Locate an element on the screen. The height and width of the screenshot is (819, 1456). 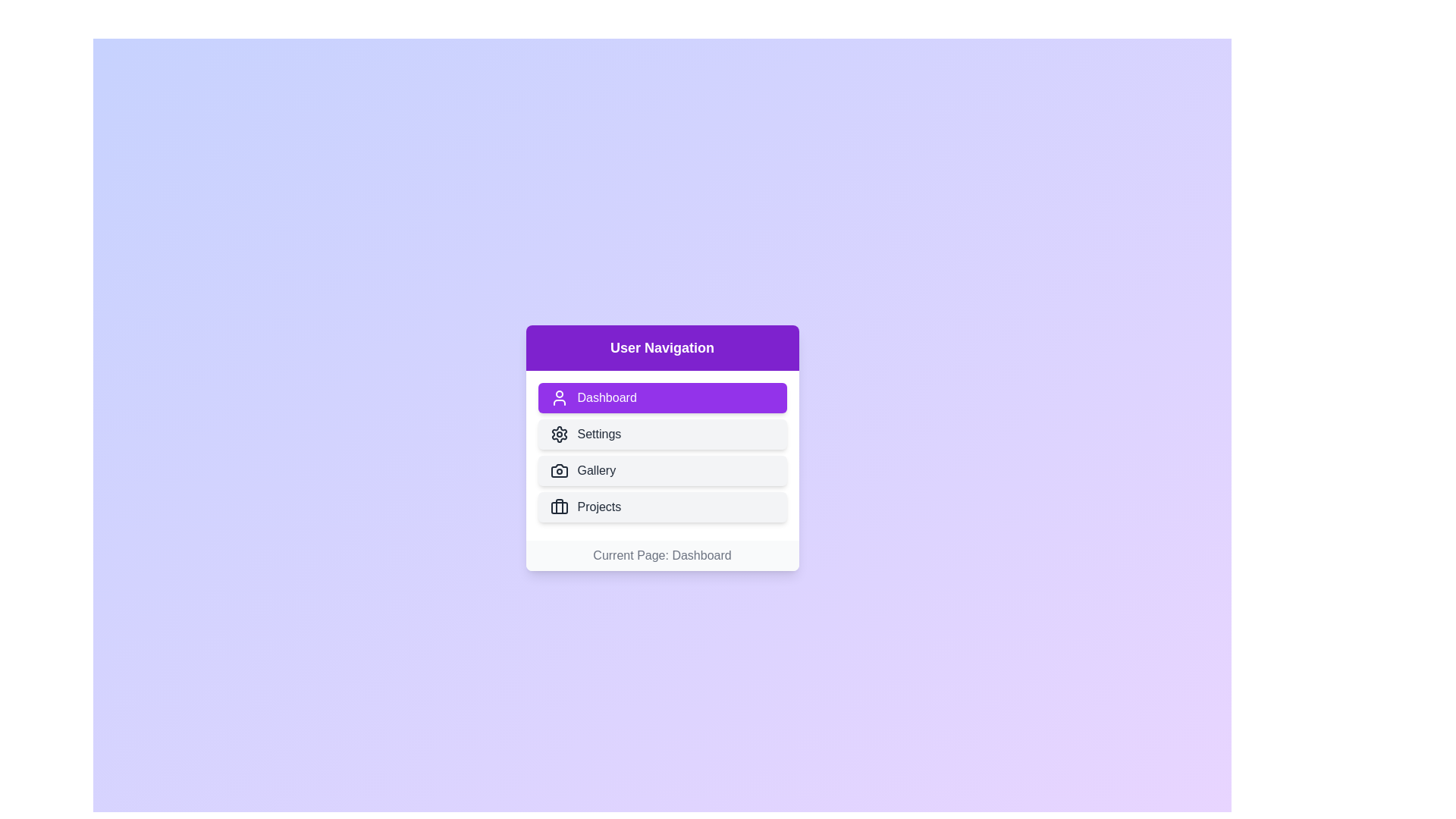
the Settings button to navigate to the respective section is located at coordinates (662, 435).